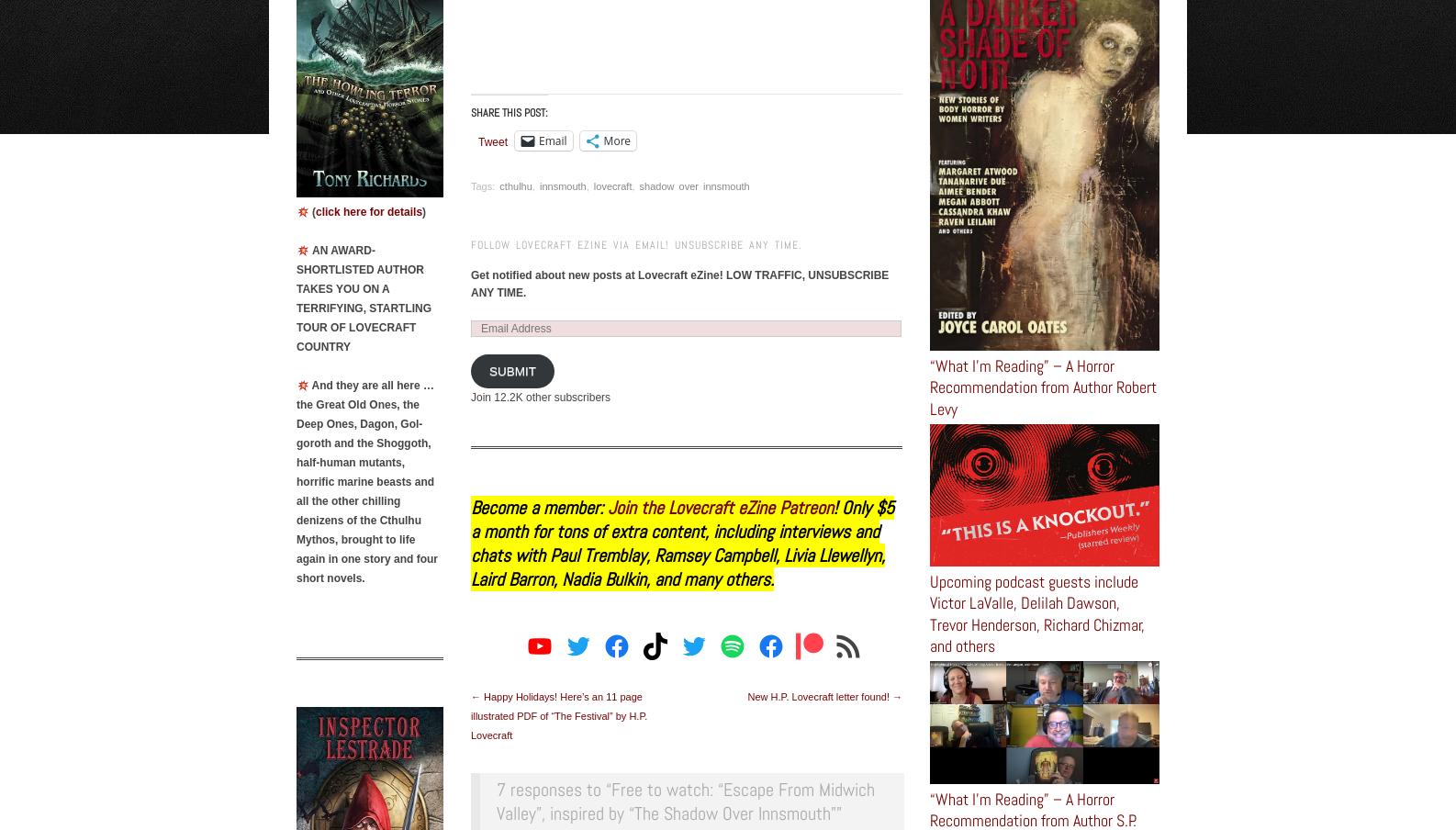 This screenshot has width=1456, height=830. I want to click on 'shadow over innsmouth', so click(638, 185).